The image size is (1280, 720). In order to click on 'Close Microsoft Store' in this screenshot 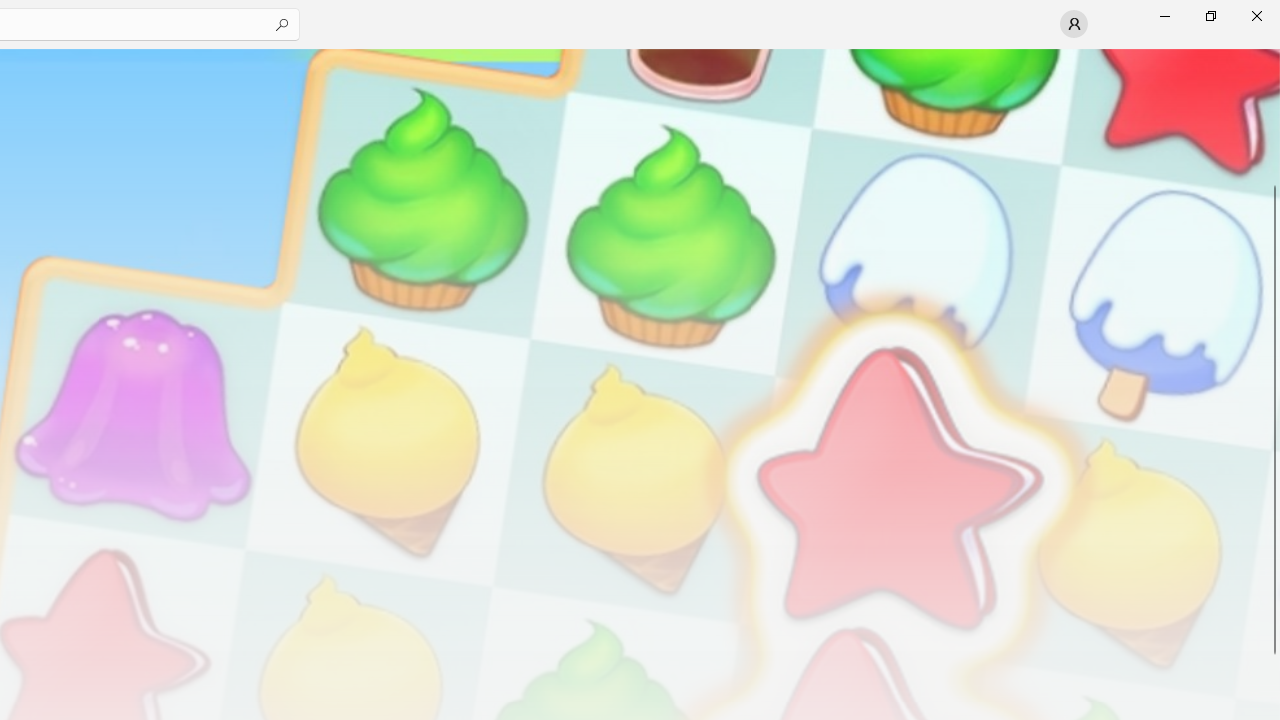, I will do `click(1255, 15)`.